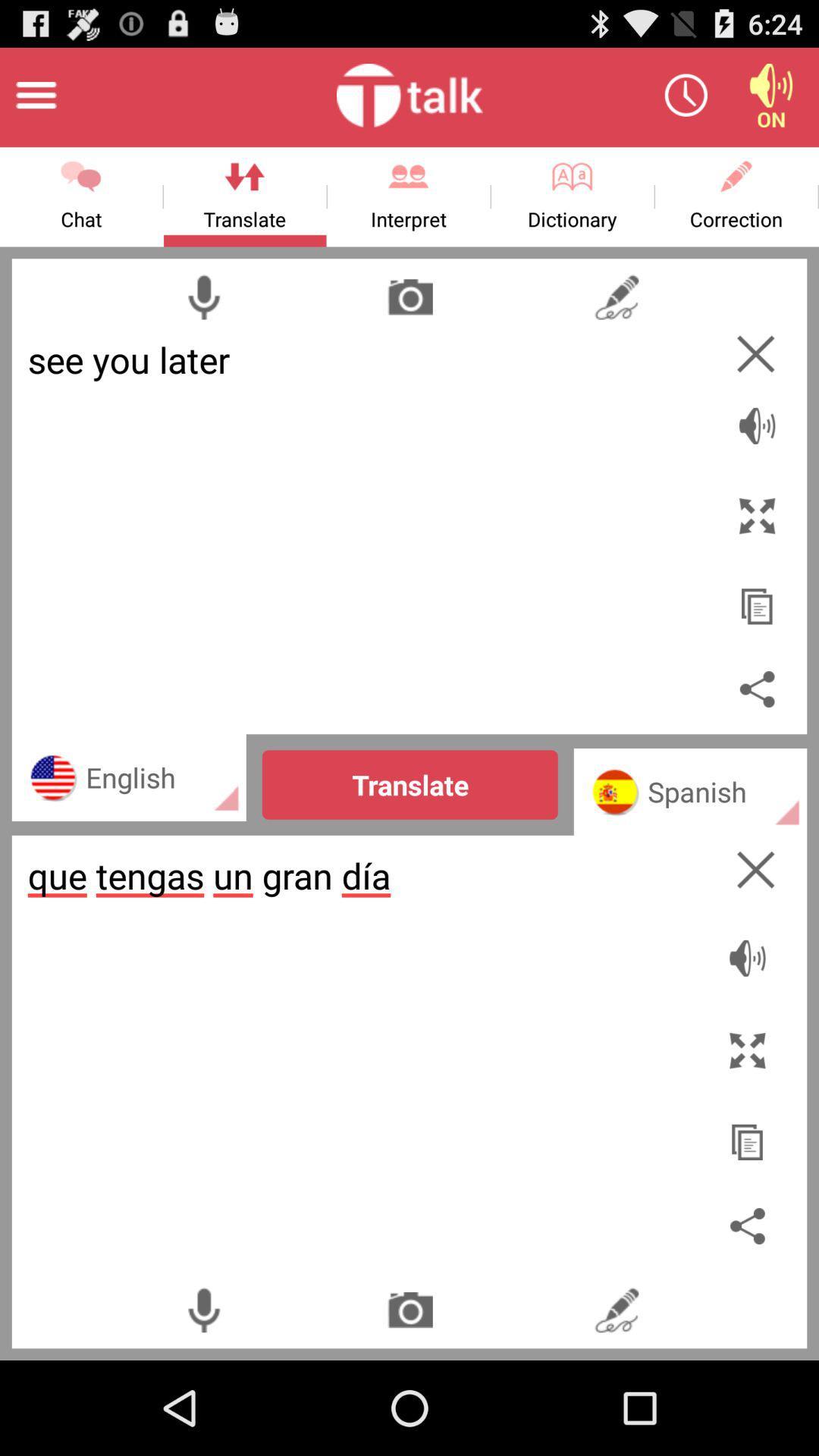  Describe the element at coordinates (748, 1134) in the screenshot. I see `copy the text` at that location.